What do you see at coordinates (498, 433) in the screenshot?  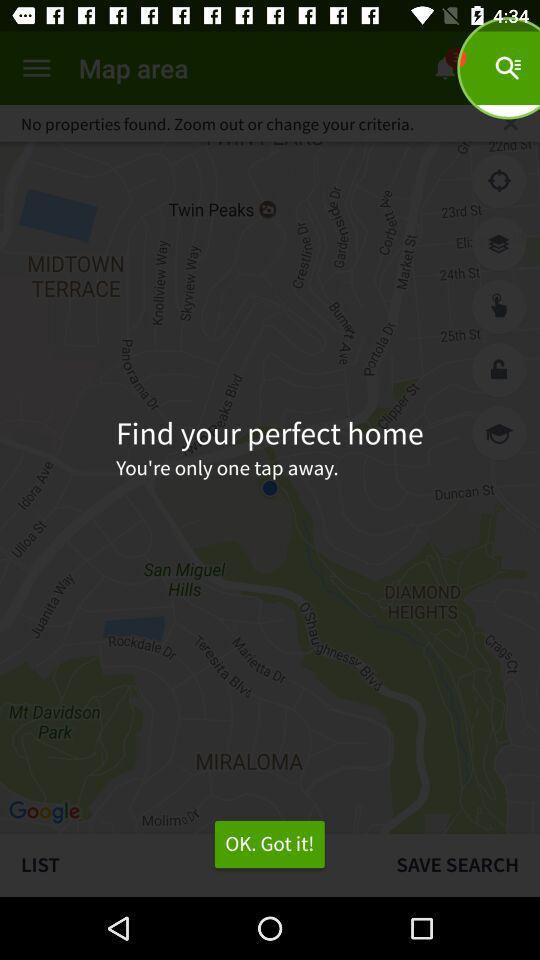 I see `the item next to find your perfect icon` at bounding box center [498, 433].